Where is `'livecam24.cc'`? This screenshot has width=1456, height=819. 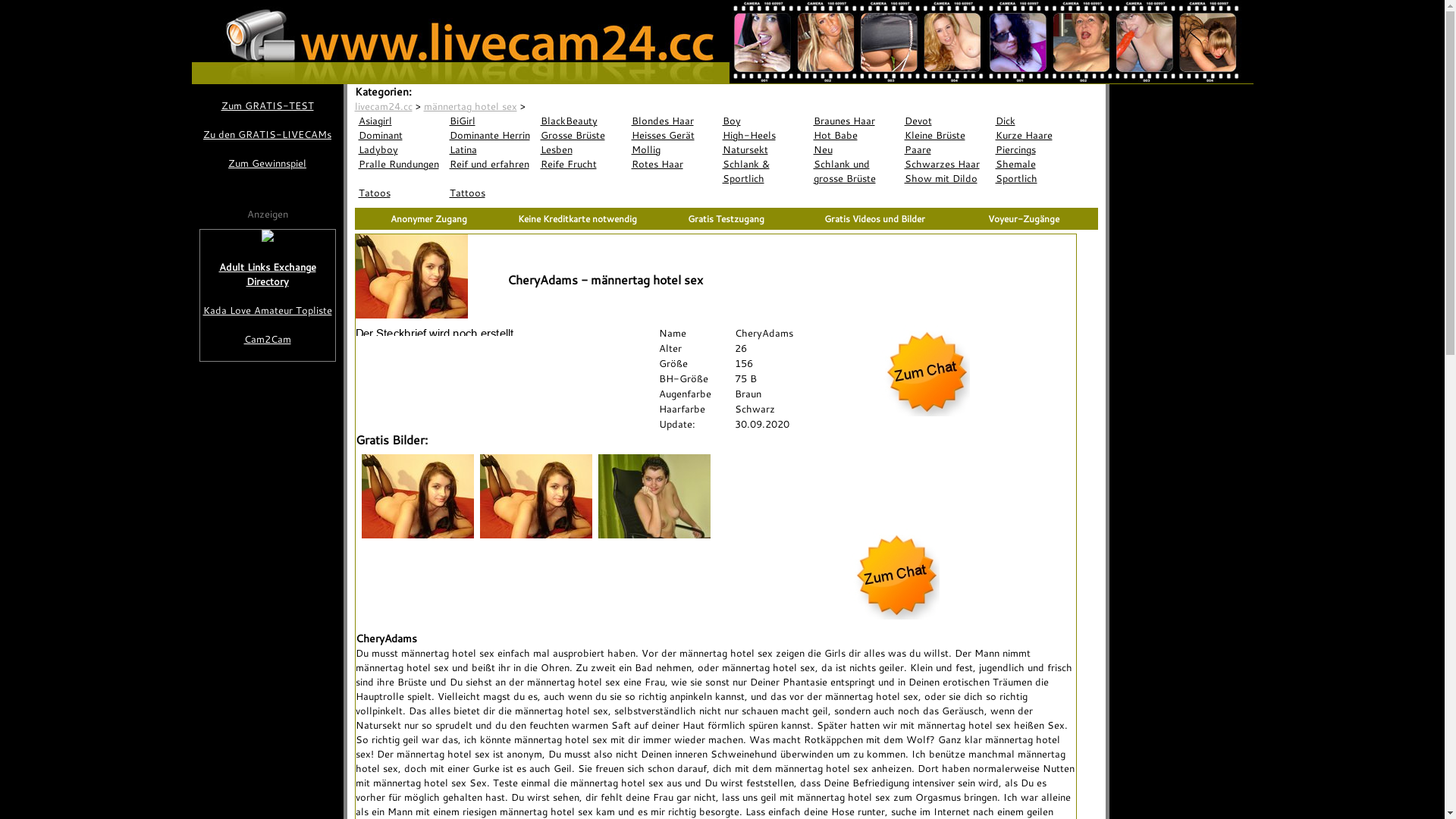
'livecam24.cc' is located at coordinates (383, 105).